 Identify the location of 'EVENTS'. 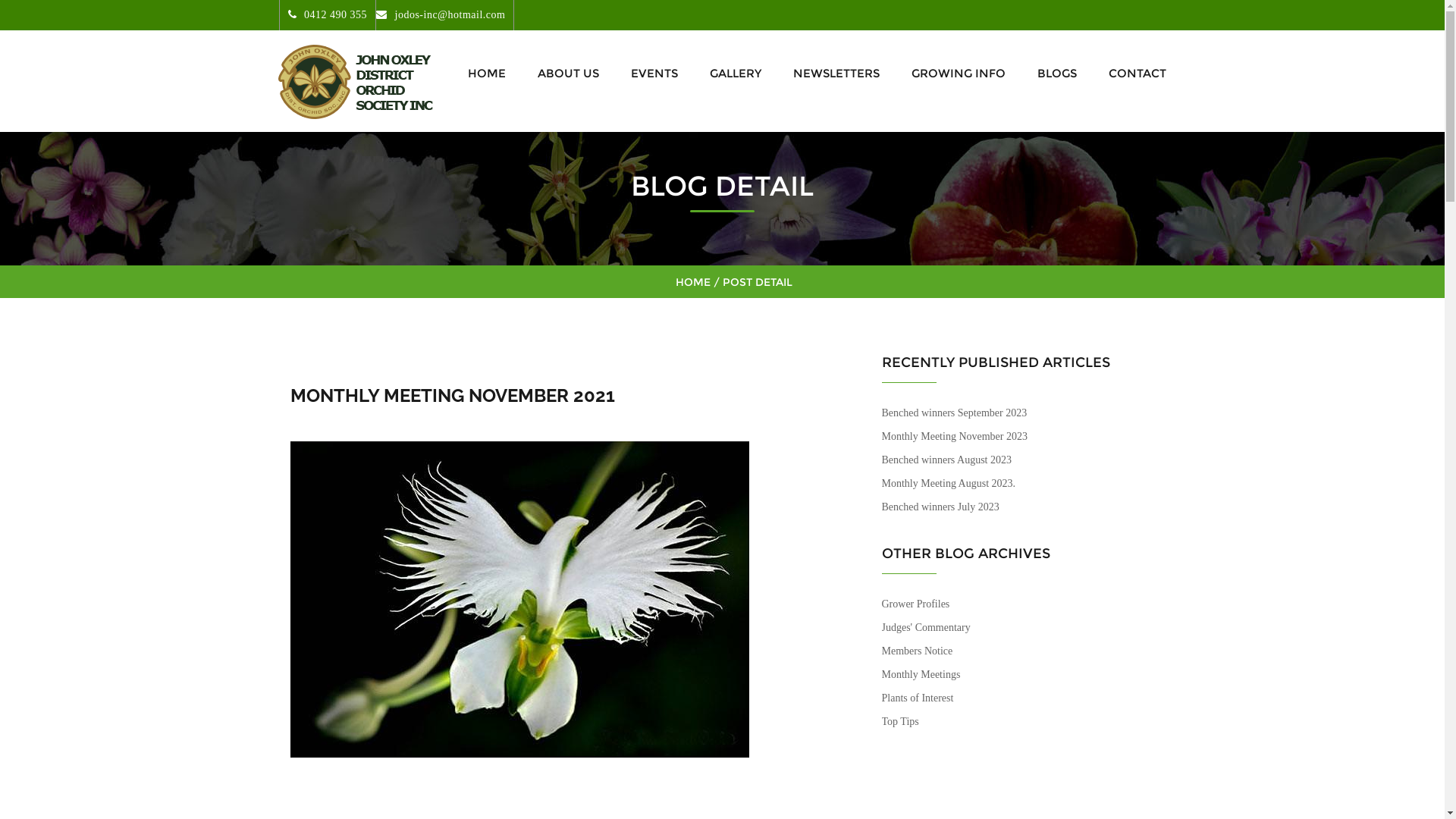
(654, 73).